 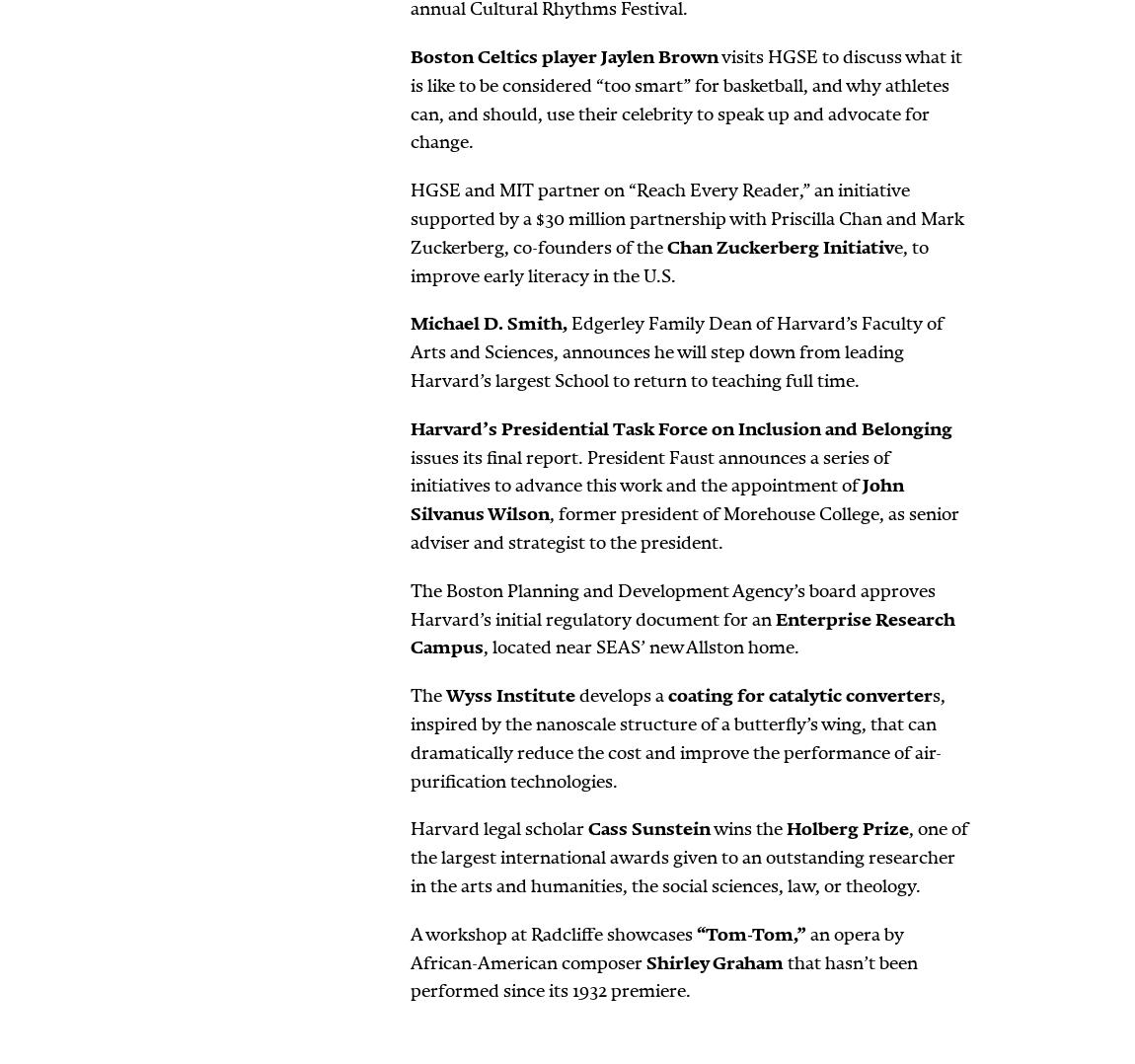 I want to click on 's, inspired by the nanoscale structure of a butterfly’s wing, that can dramatically reduce the cost and improve the performance of air-purification technologies.', so click(x=677, y=738).